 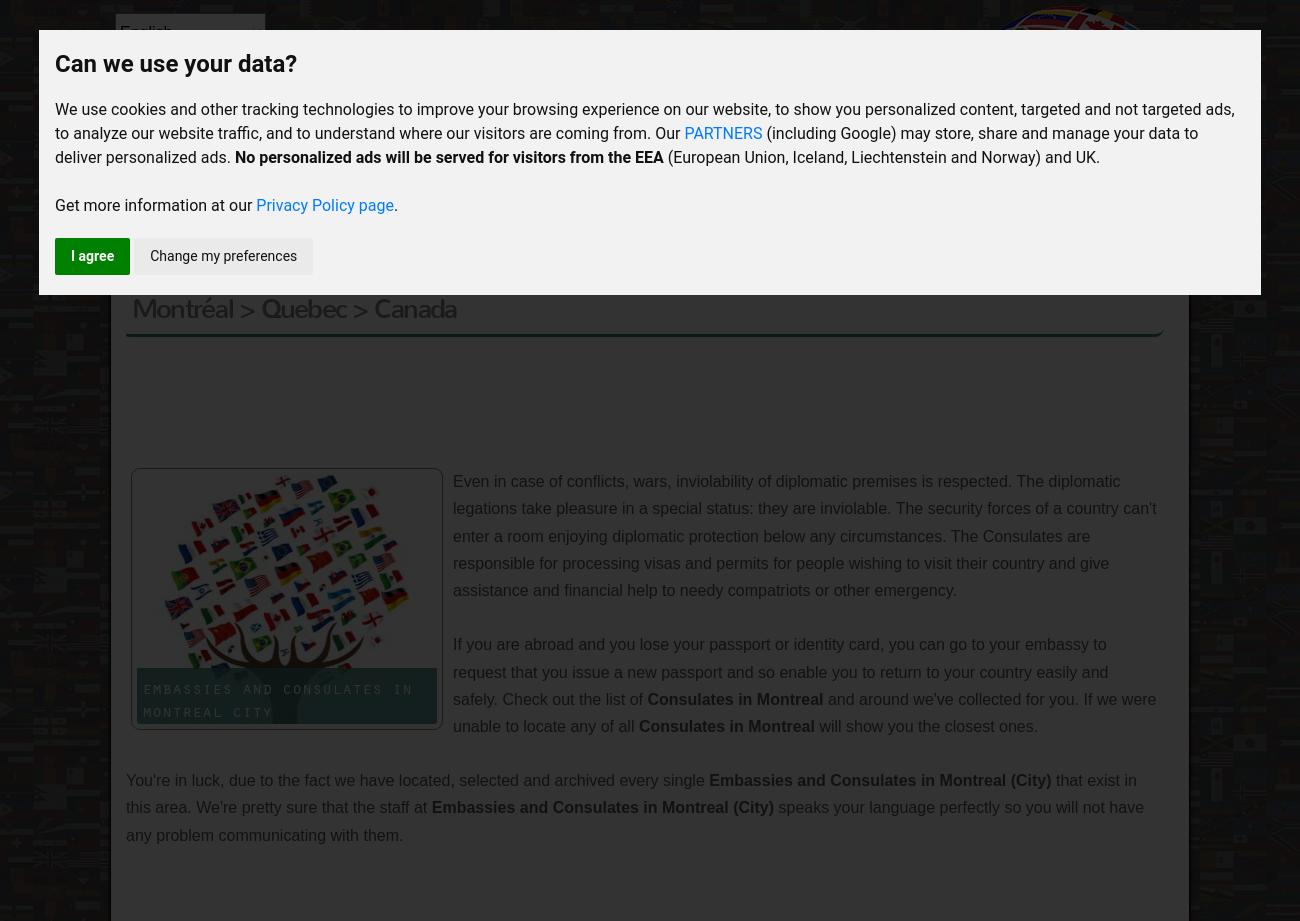 I want to click on 'We use cookies and other tracking technologies to improve your browsing experience on our website, to show you personalized content, targeted and not targeted ads, to analyze our website traffic, and to understand where our visitors are coming from. Our', so click(x=644, y=121).